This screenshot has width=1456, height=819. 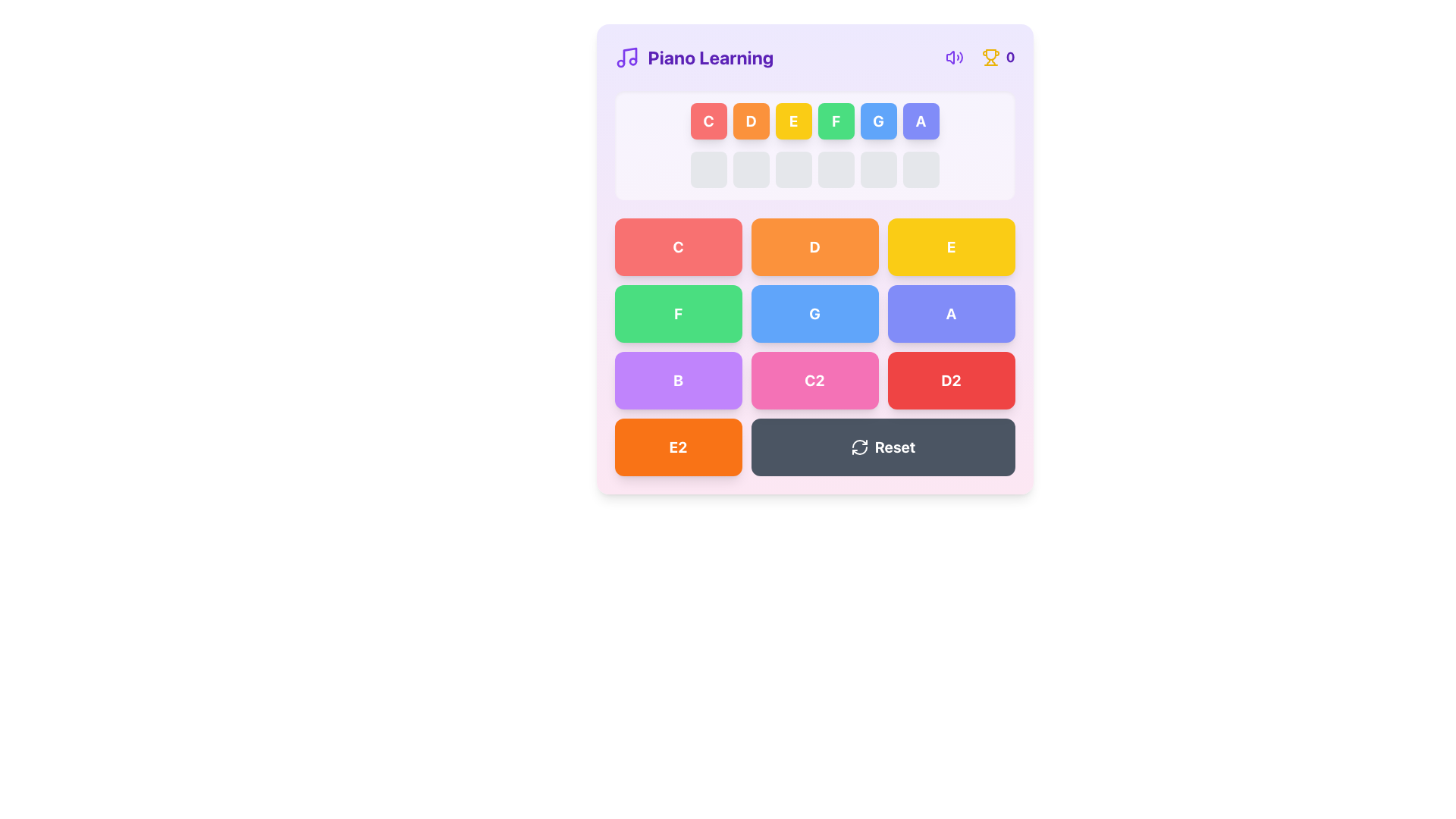 I want to click on the musical note 'C' button, which is the first button in a sequence of colored buttons labeled 'C', 'D', 'E', 'F', 'G', and 'A', located near the top-center of the interface, so click(x=708, y=120).